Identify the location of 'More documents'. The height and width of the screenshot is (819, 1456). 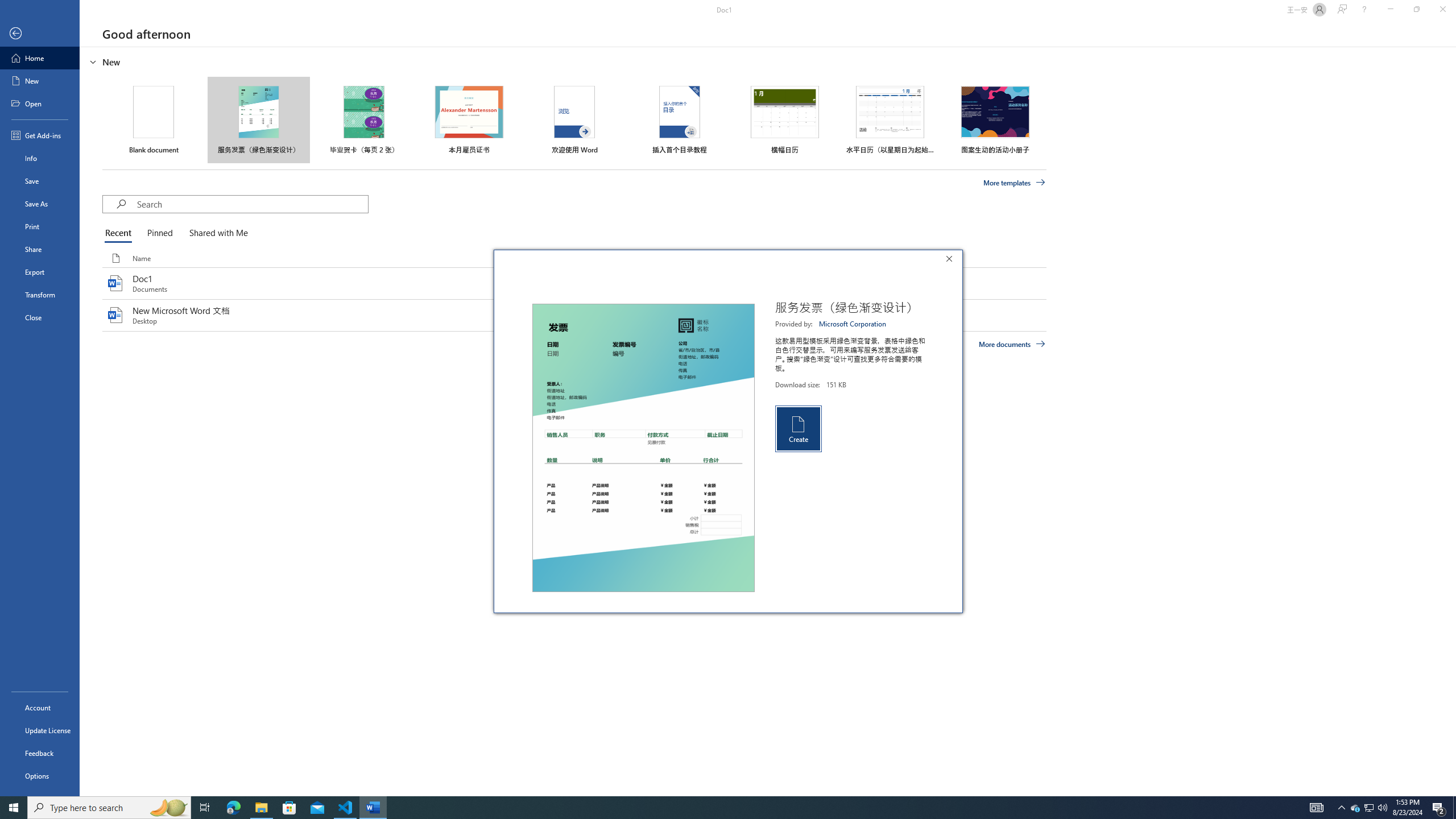
(1011, 344).